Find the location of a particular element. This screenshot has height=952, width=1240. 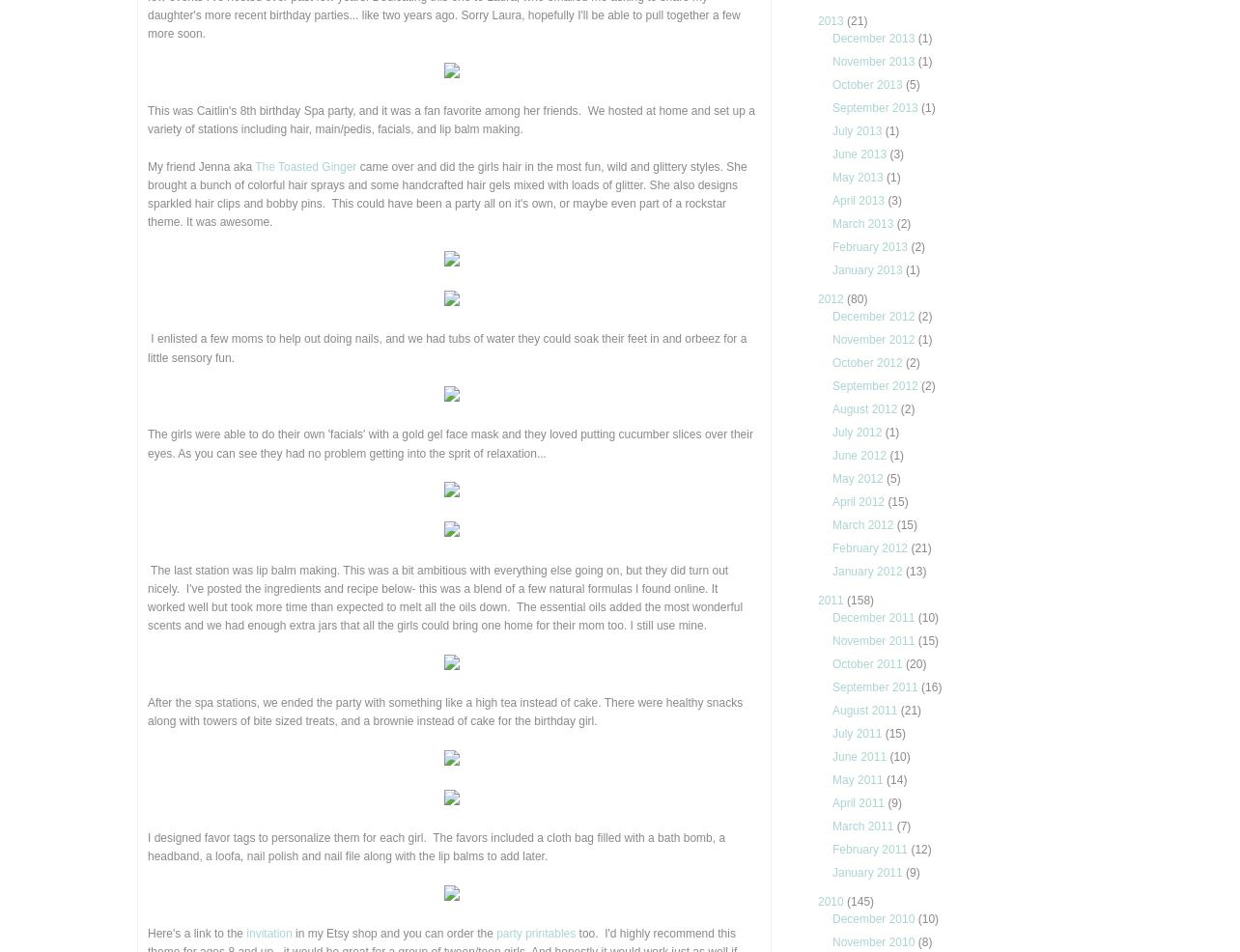

'came over and did the girls hair in the most fun, wild and glittery styles. She brought a bunch of colorful hair sprays and some handcrafted hair gels mixed with loads of glitter. She also designs sparkled hair clips and bobby pins.  This could have been a party all on it's own, or maybe even part of a rockstar theme. It was awesome.' is located at coordinates (447, 193).